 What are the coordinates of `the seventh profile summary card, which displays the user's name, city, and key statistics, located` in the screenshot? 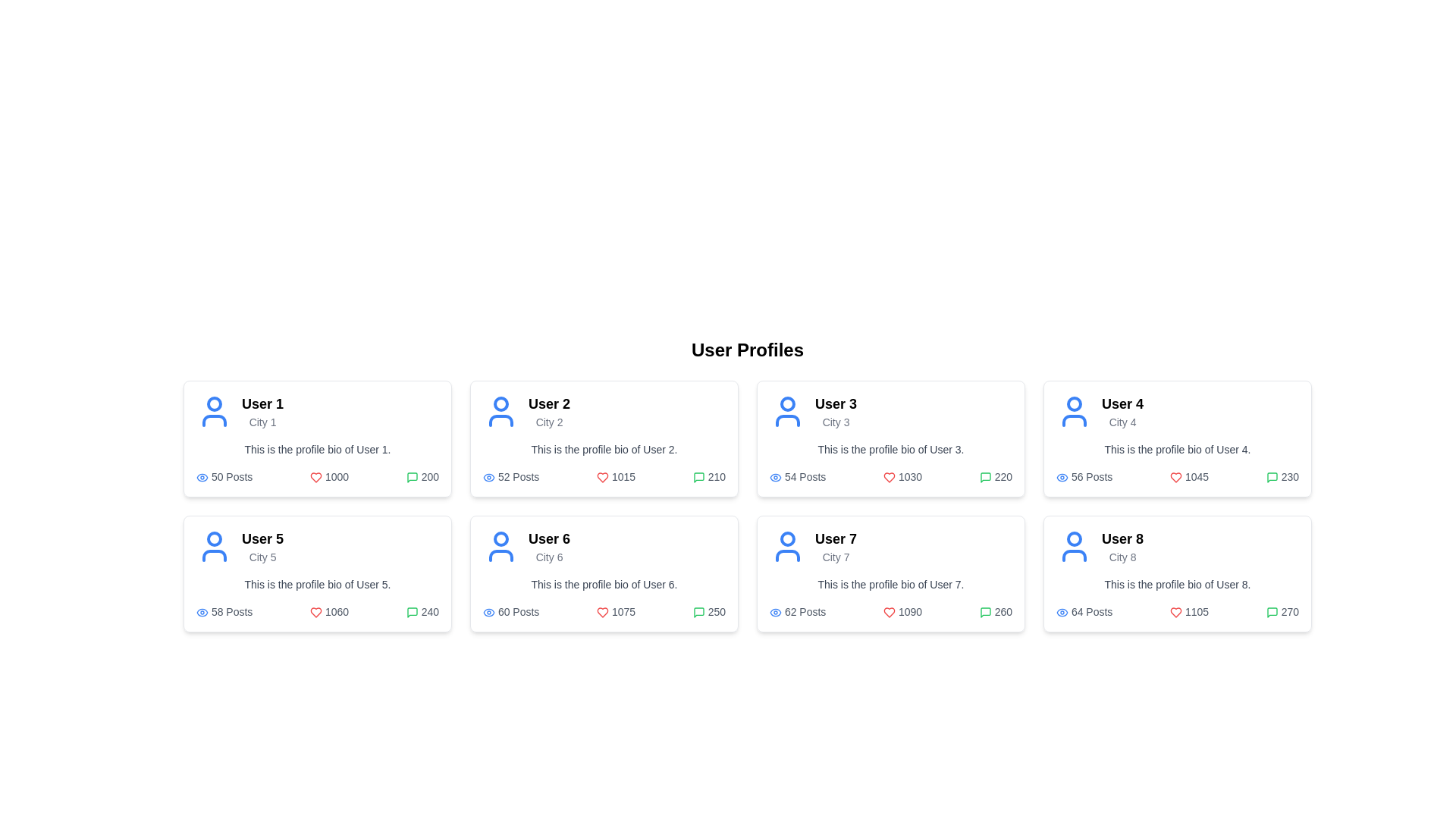 It's located at (891, 573).